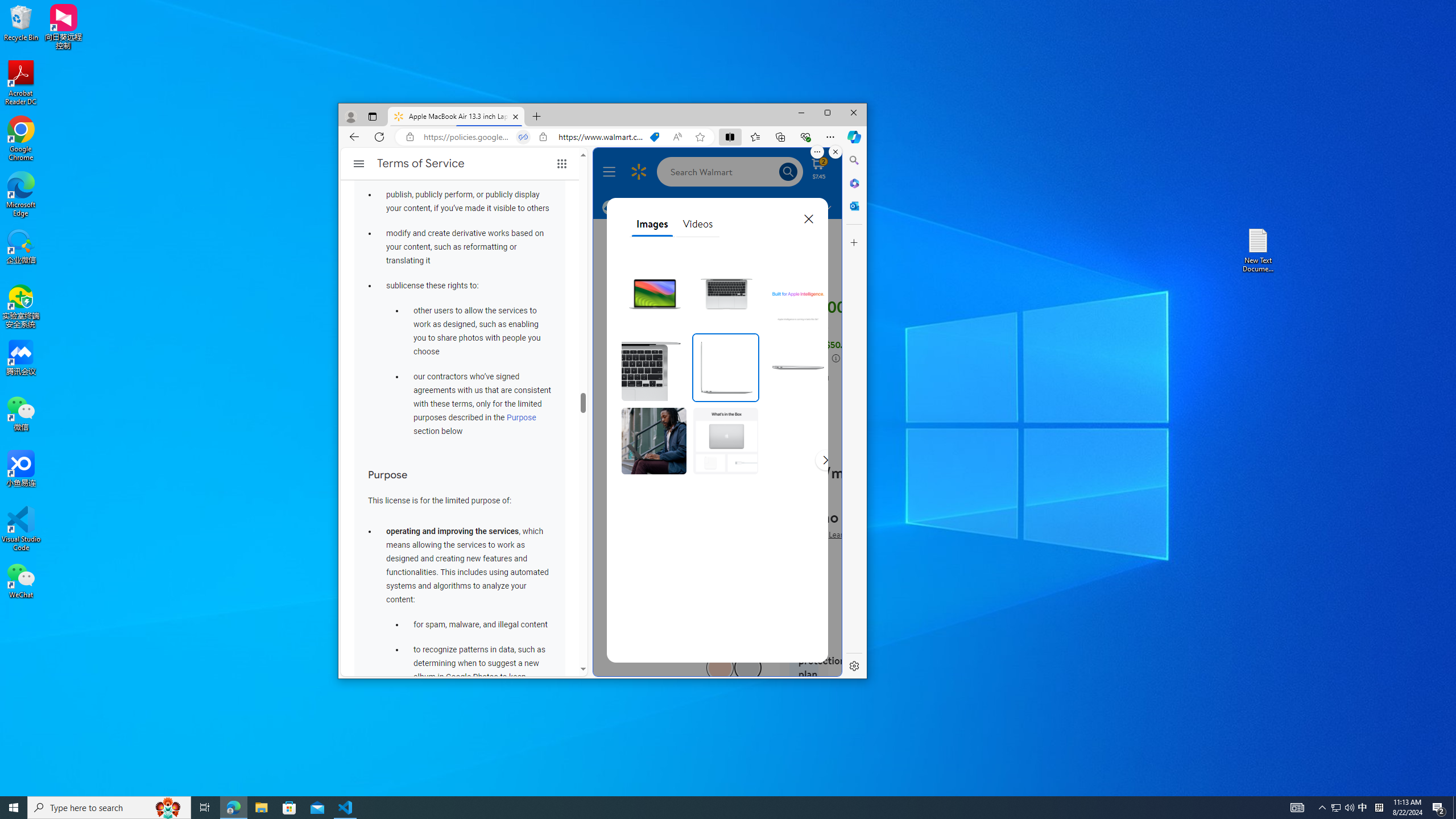  I want to click on 'Tabs in split screen', so click(522, 136).